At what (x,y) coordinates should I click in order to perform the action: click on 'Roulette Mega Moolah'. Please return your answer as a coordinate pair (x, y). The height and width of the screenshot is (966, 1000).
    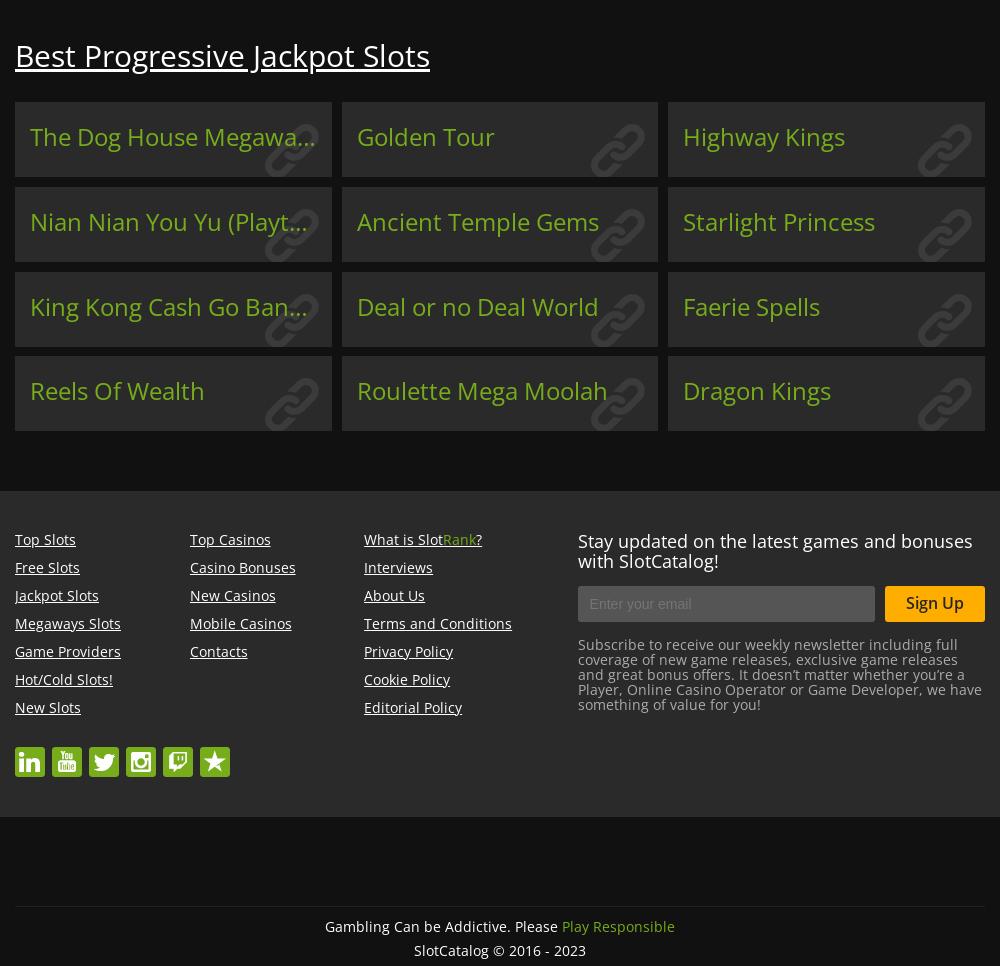
    Looking at the image, I should click on (480, 390).